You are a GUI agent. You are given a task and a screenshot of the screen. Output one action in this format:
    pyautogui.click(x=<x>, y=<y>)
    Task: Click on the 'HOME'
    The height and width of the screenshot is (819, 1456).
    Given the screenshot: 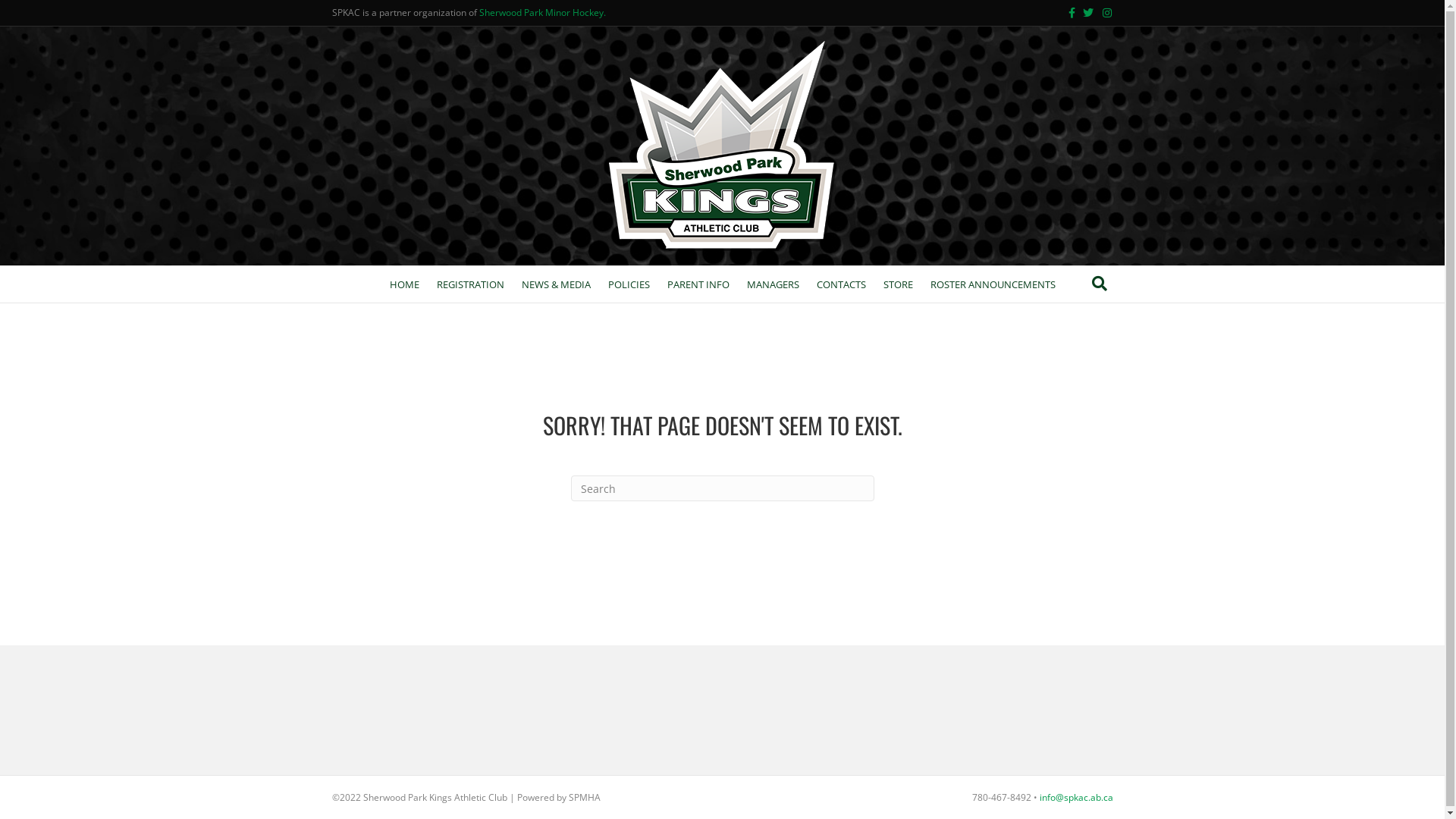 What is the action you would take?
    pyautogui.click(x=404, y=284)
    